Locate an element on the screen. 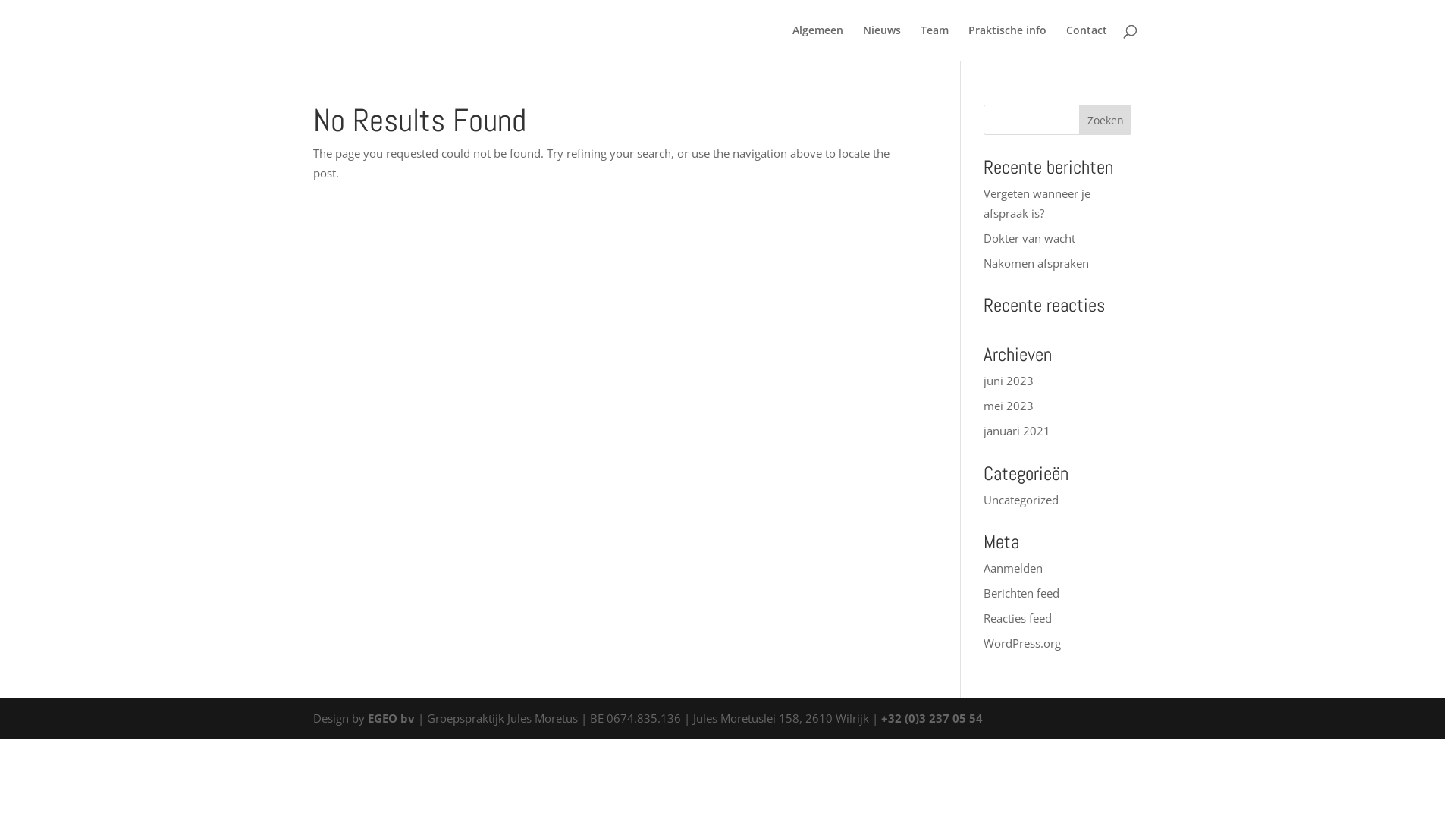  'Berichten feed' is located at coordinates (1021, 592).